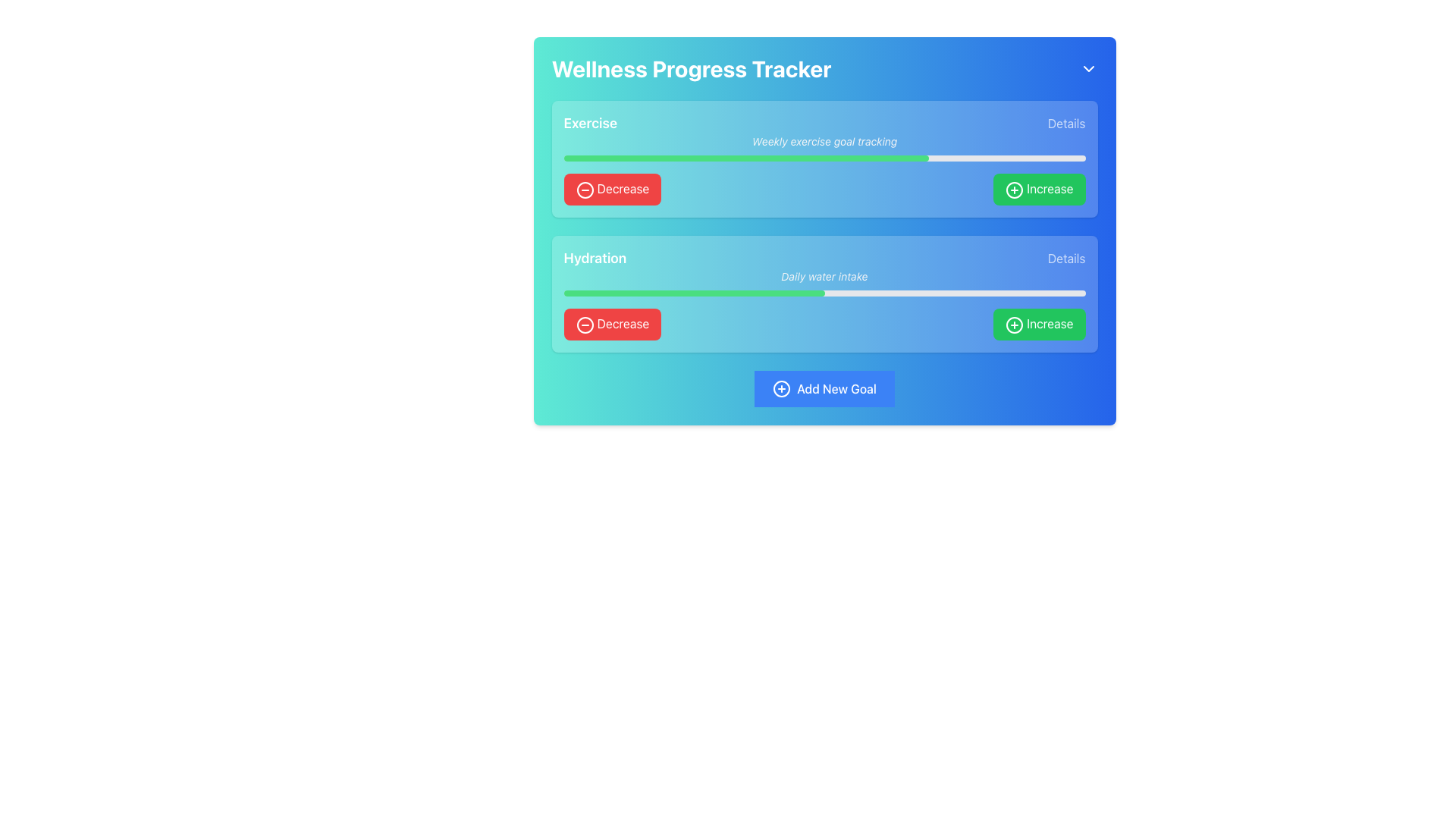 This screenshot has height=819, width=1456. I want to click on the decorative circle within the 'Add New Goal' button at the bottom of the interface, so click(782, 388).